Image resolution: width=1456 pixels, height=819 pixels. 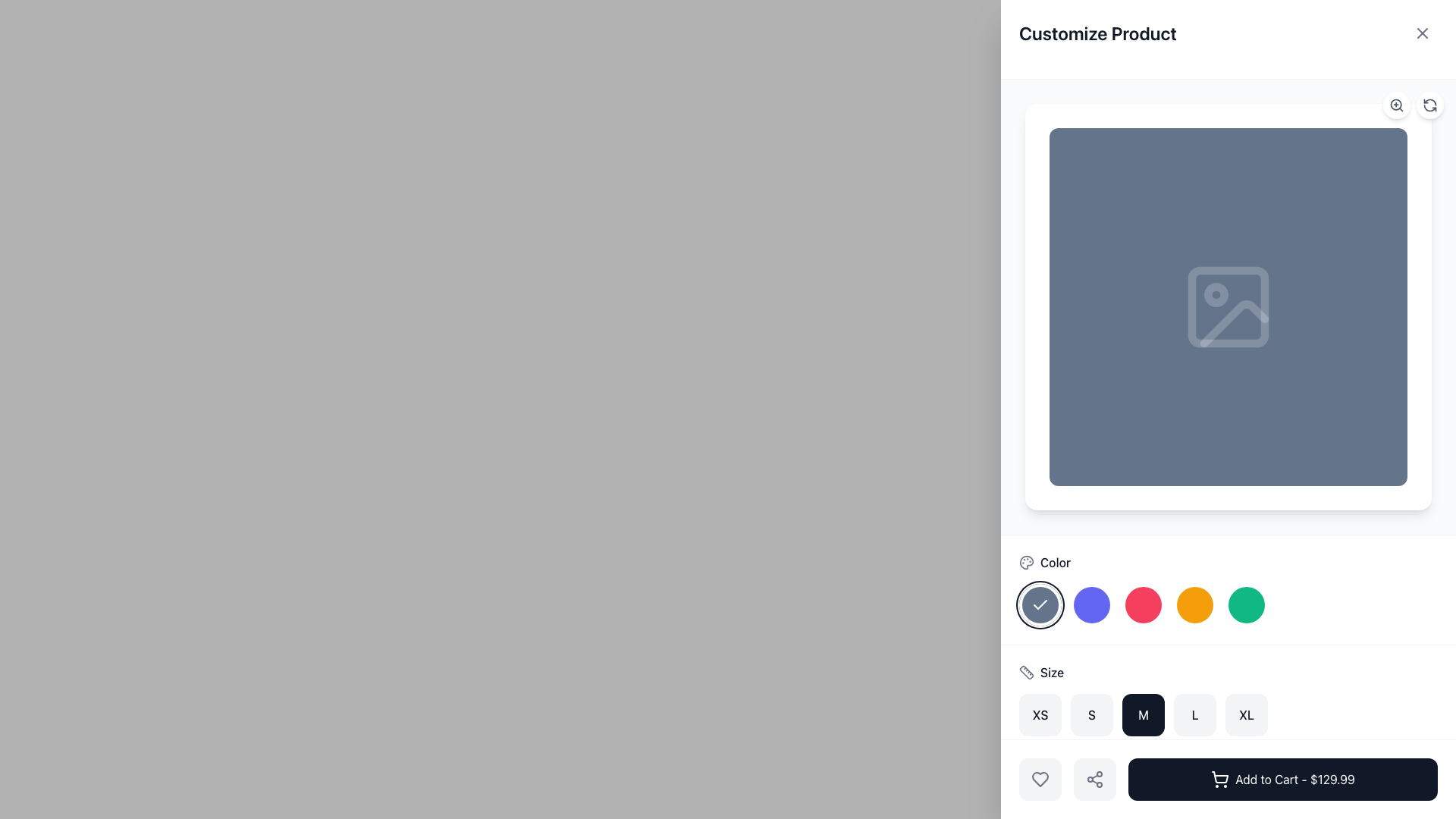 What do you see at coordinates (1040, 604) in the screenshot?
I see `outlined checkmark icon that is centered within the first circular button in the 'Color' section of the interface` at bounding box center [1040, 604].